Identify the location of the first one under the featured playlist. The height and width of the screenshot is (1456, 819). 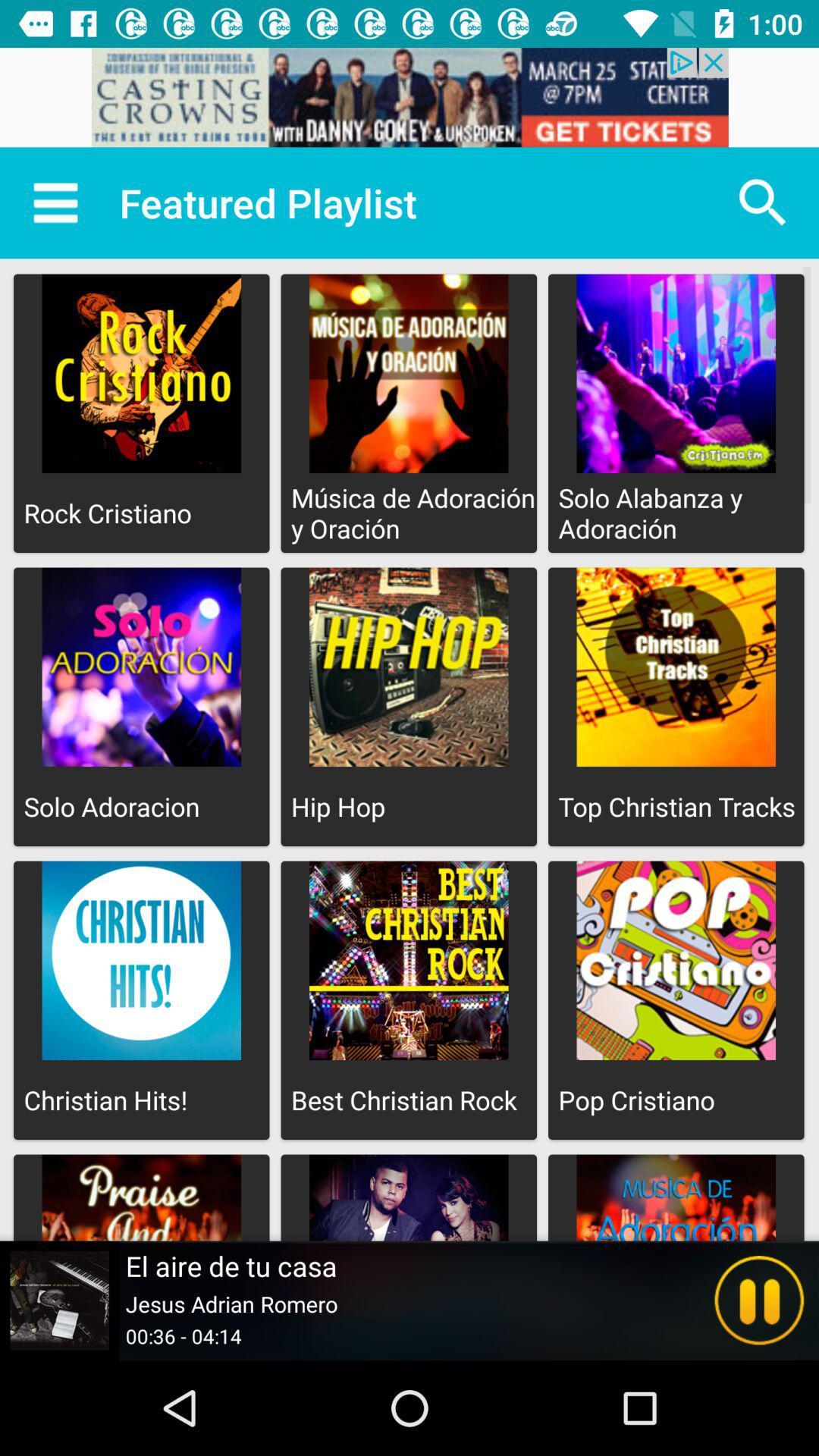
(141, 413).